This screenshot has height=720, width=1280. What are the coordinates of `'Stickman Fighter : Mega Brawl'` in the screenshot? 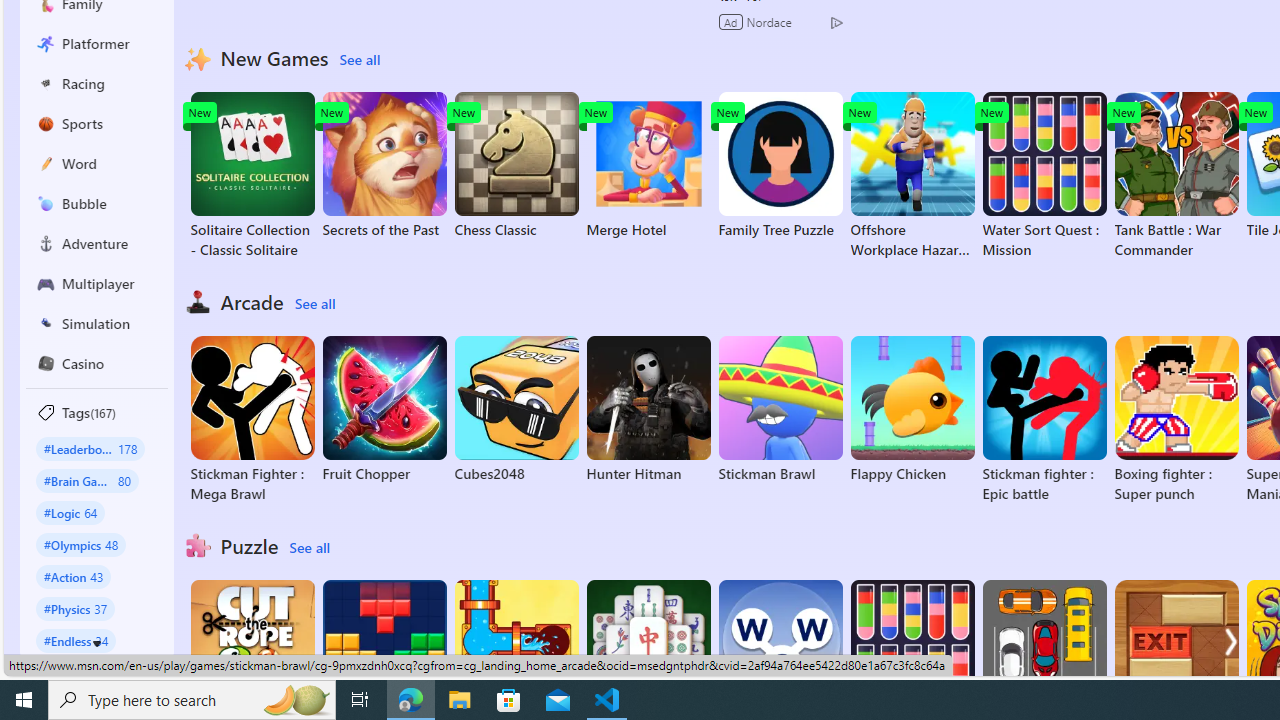 It's located at (251, 419).